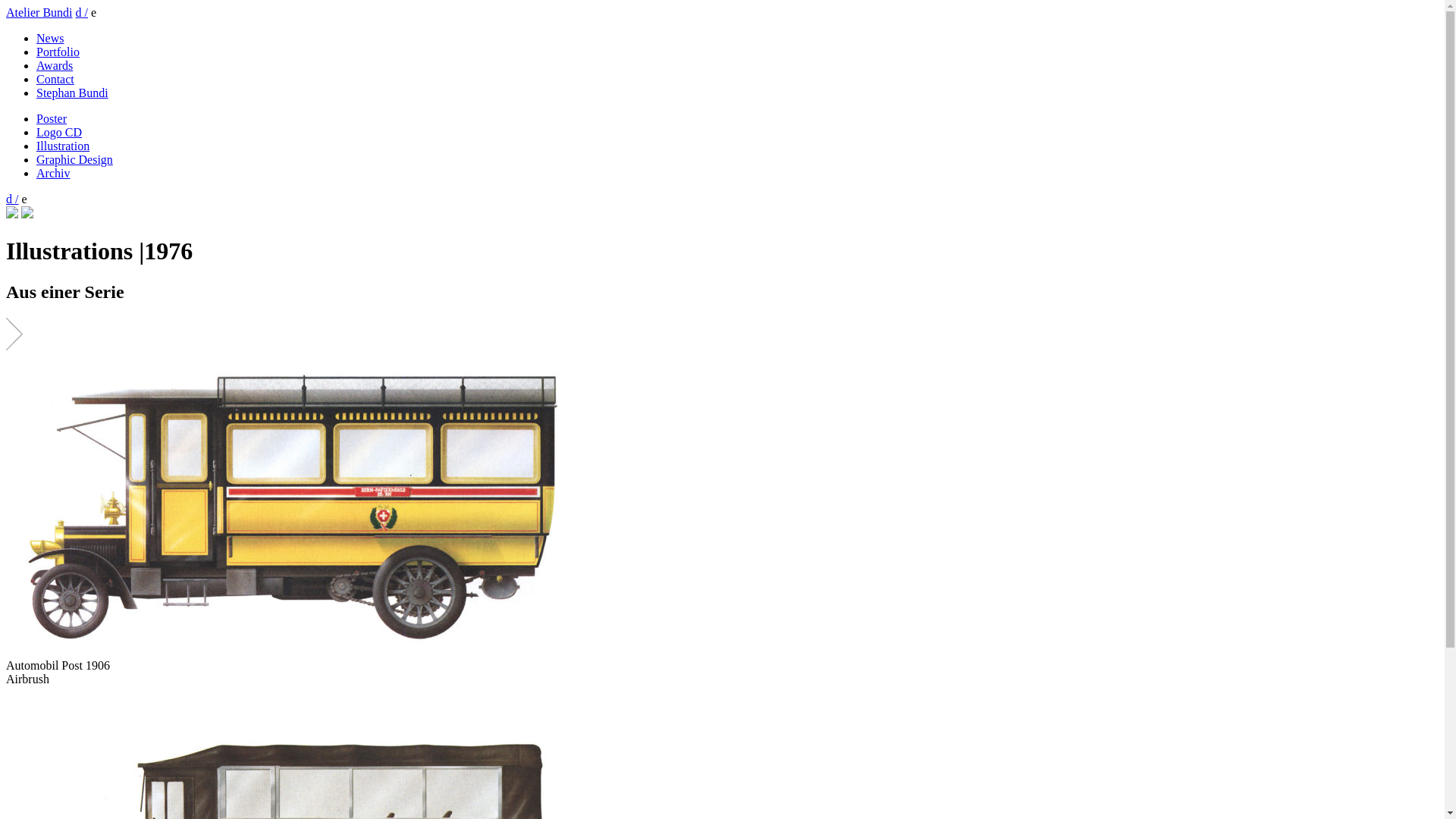  I want to click on 'Stephan Bundi', so click(36, 93).